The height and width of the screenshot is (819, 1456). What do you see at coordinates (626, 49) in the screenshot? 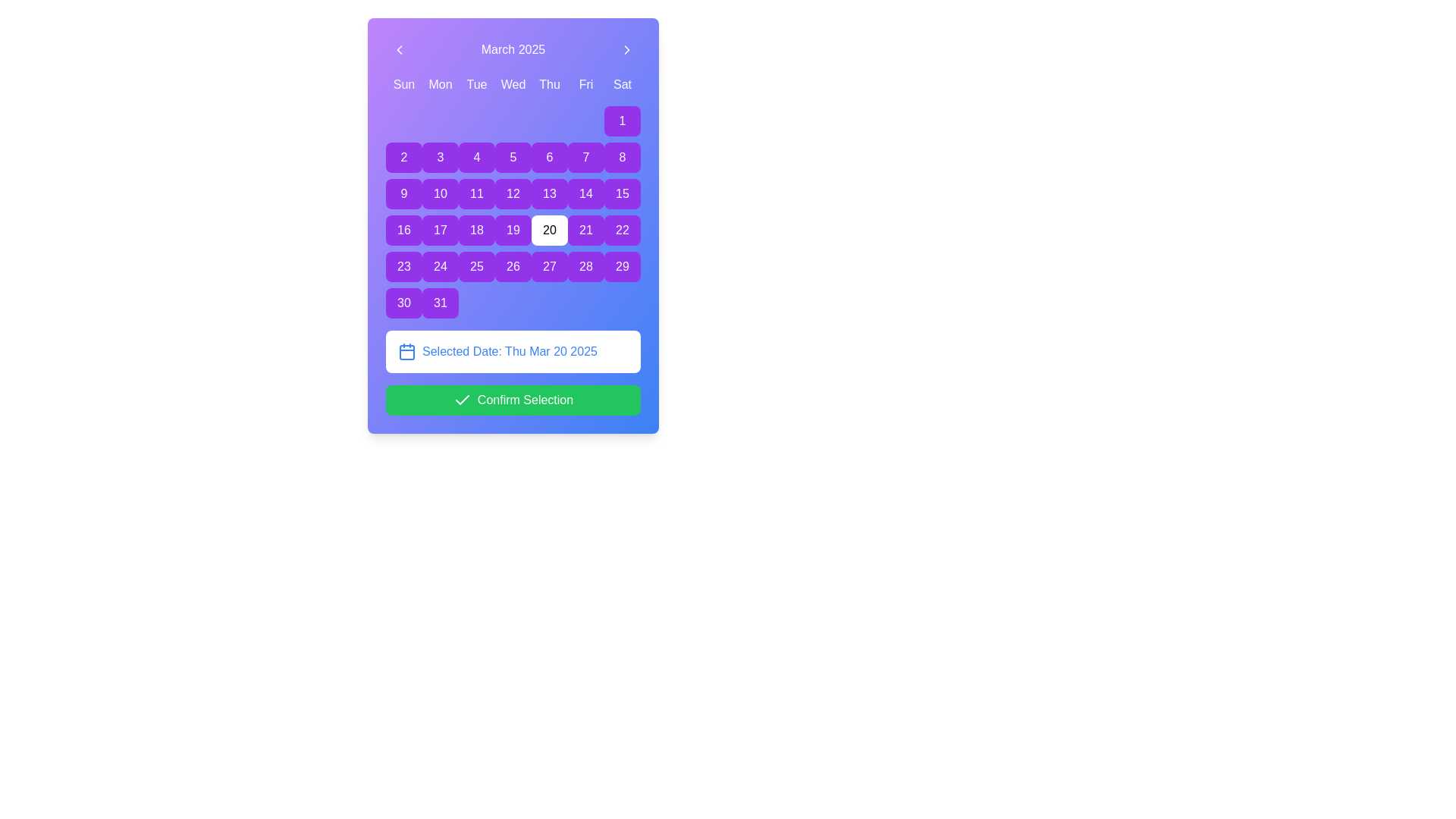
I see `the chevron icon pointing to the right located in the top-right corner of the calendar interface next to 'March 2025'` at bounding box center [626, 49].